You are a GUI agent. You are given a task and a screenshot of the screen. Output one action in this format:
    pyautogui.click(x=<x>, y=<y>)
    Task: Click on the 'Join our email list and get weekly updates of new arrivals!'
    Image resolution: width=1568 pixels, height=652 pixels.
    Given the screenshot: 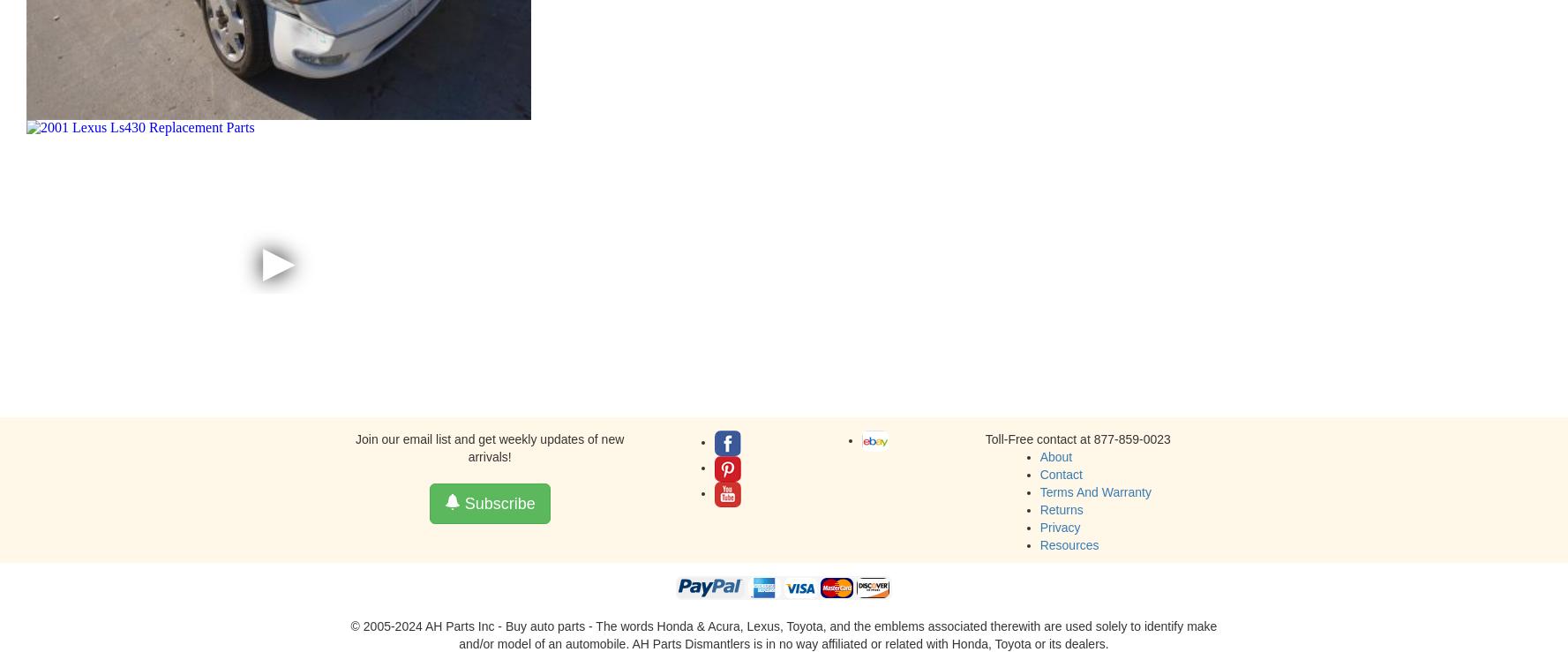 What is the action you would take?
    pyautogui.click(x=488, y=447)
    